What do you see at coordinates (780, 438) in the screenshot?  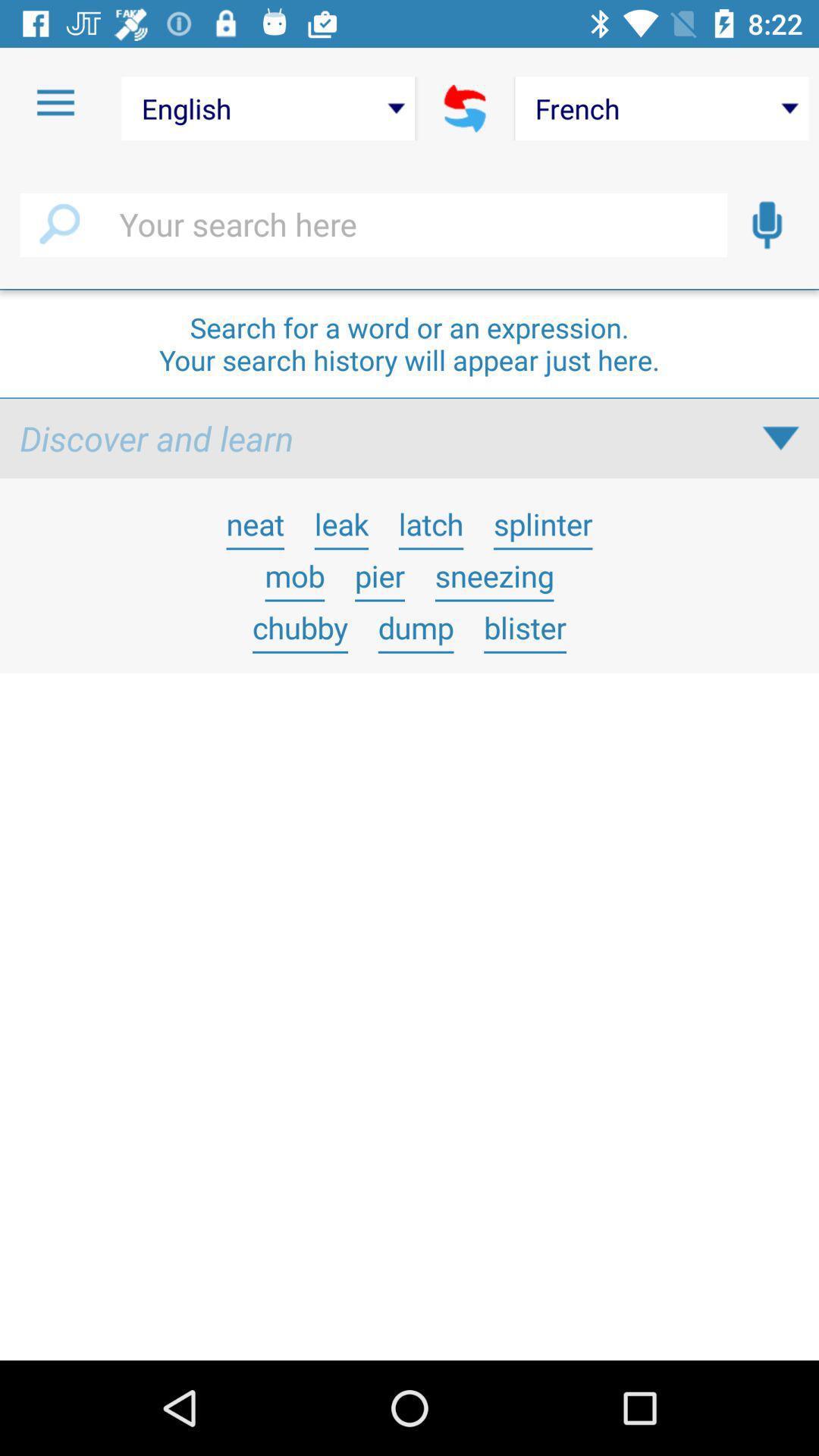 I see `icon to the right of the discover and learn item` at bounding box center [780, 438].